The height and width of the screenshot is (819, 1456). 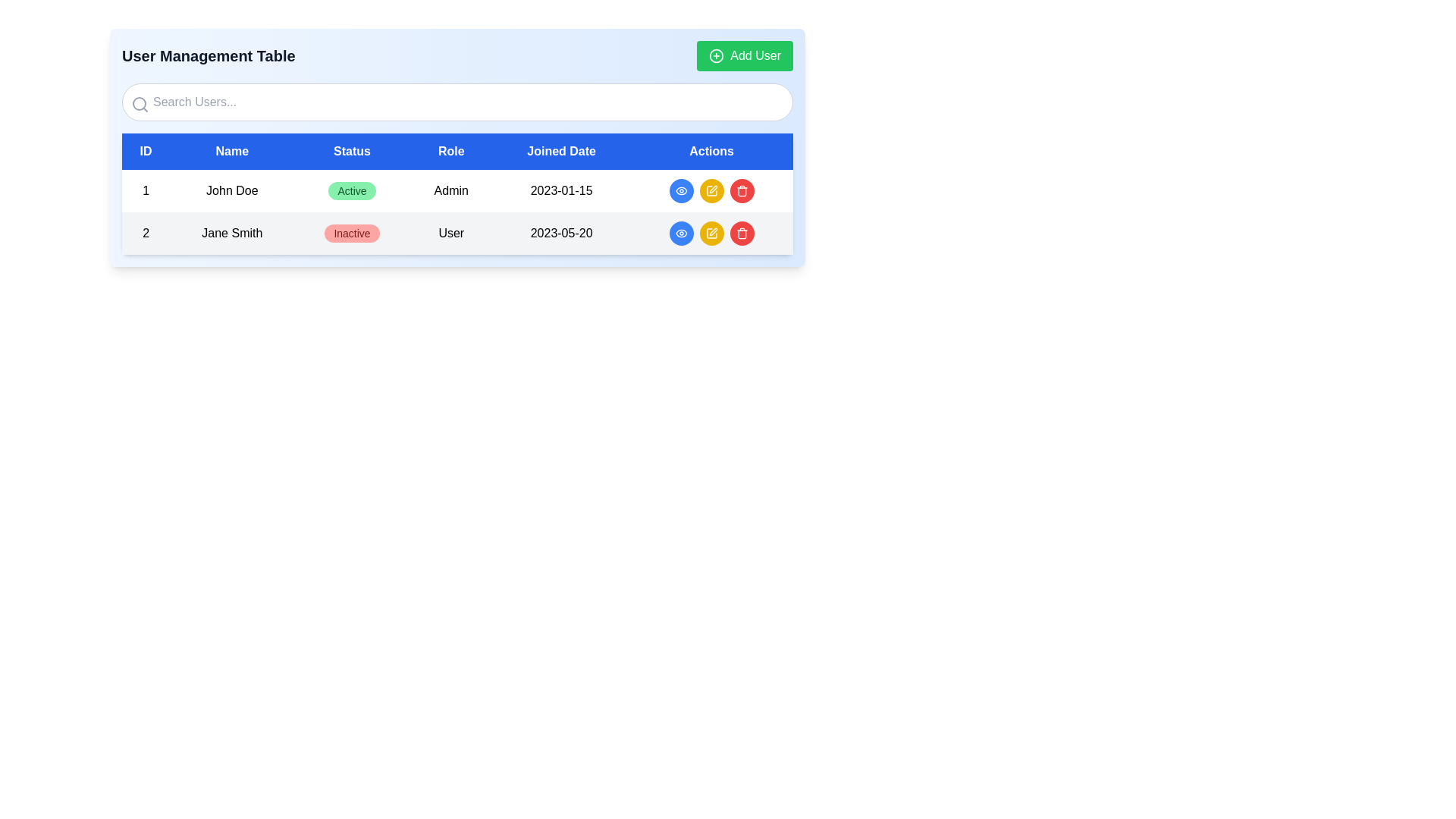 What do you see at coordinates (457, 212) in the screenshot?
I see `the first row of the user management table, which displays user information including ID, Name, Status, Role, Joined Date, and Actions` at bounding box center [457, 212].